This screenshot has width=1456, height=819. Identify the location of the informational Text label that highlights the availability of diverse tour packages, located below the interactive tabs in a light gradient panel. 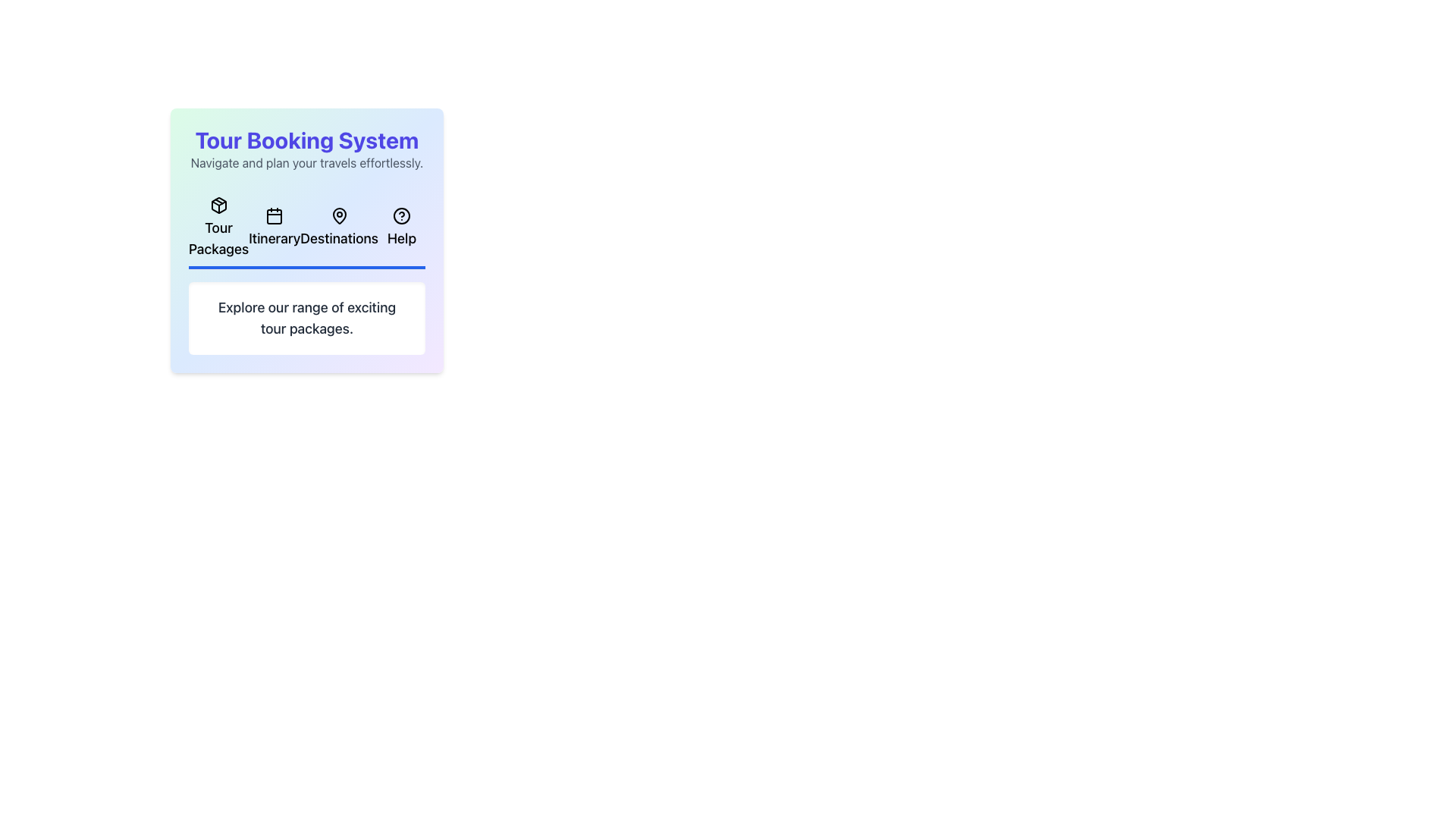
(306, 318).